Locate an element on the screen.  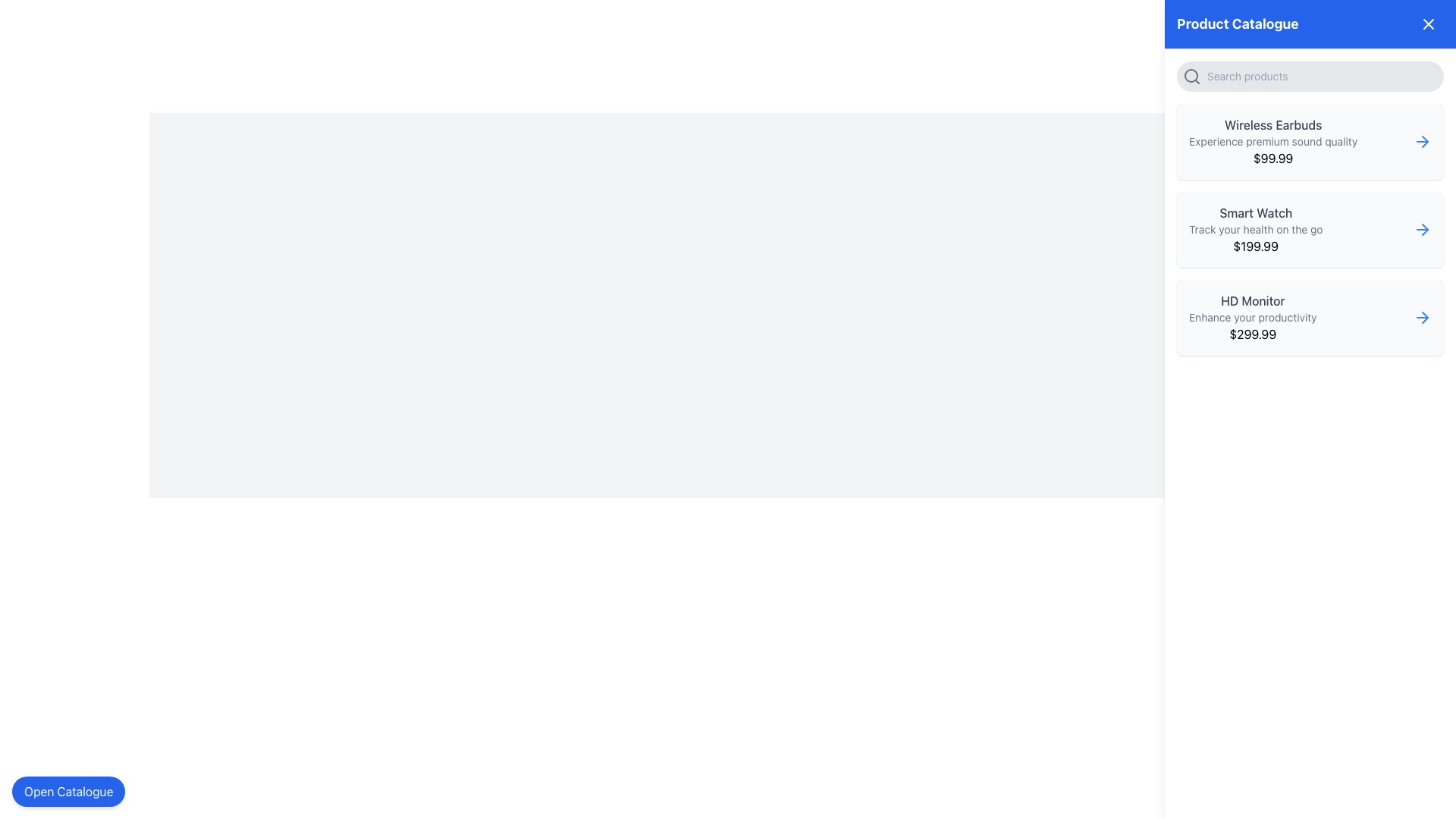
the text label displaying the price '$299.99', which is located below the description 'Enhance your productivity' and aligned to the right within the card is located at coordinates (1253, 333).